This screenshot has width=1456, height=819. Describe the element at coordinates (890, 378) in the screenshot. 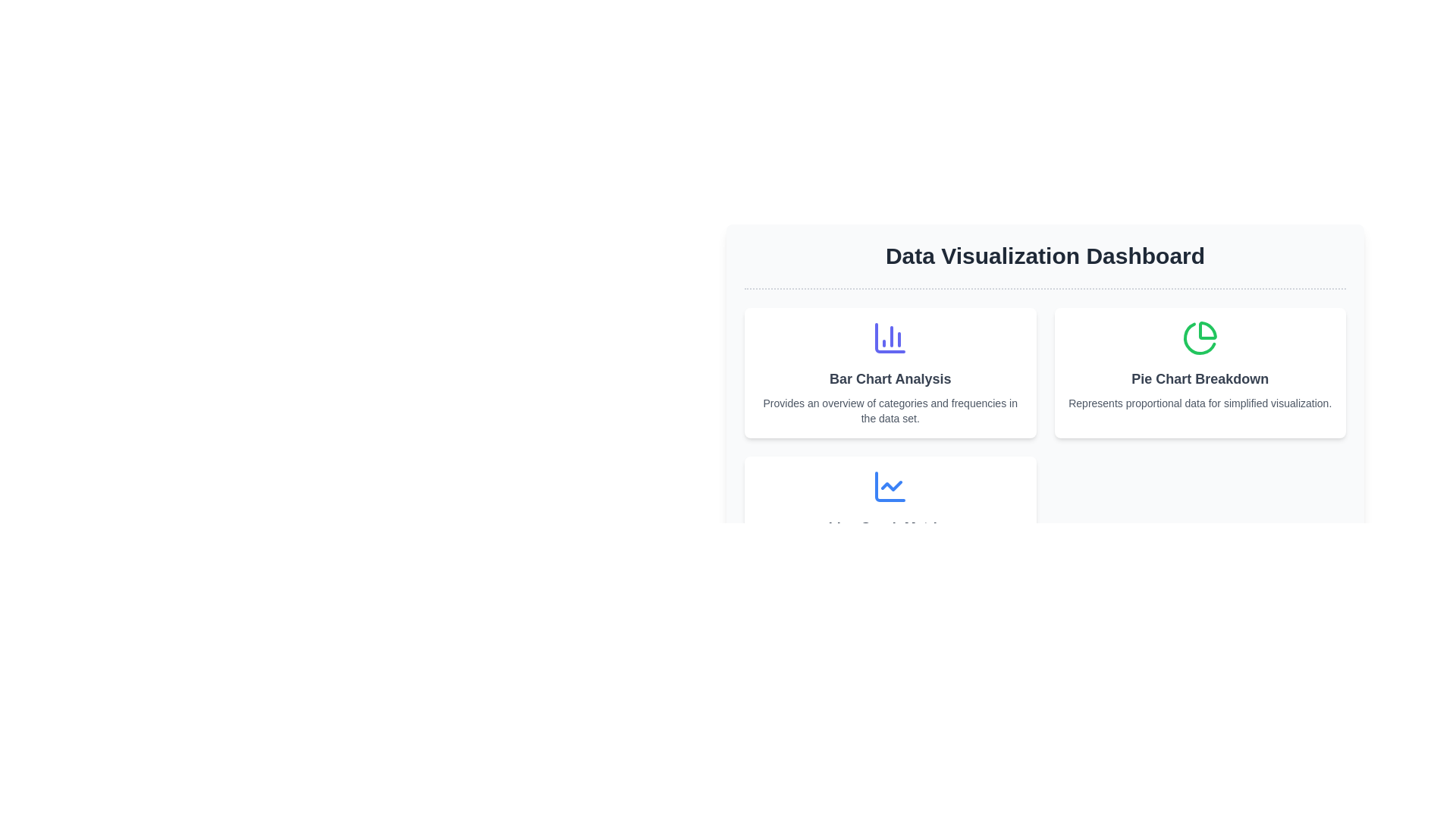

I see `the text label that serves as a title for the bar chart analysis section, located beneath an indigo-colored chart icon and above a descriptive text block` at that location.